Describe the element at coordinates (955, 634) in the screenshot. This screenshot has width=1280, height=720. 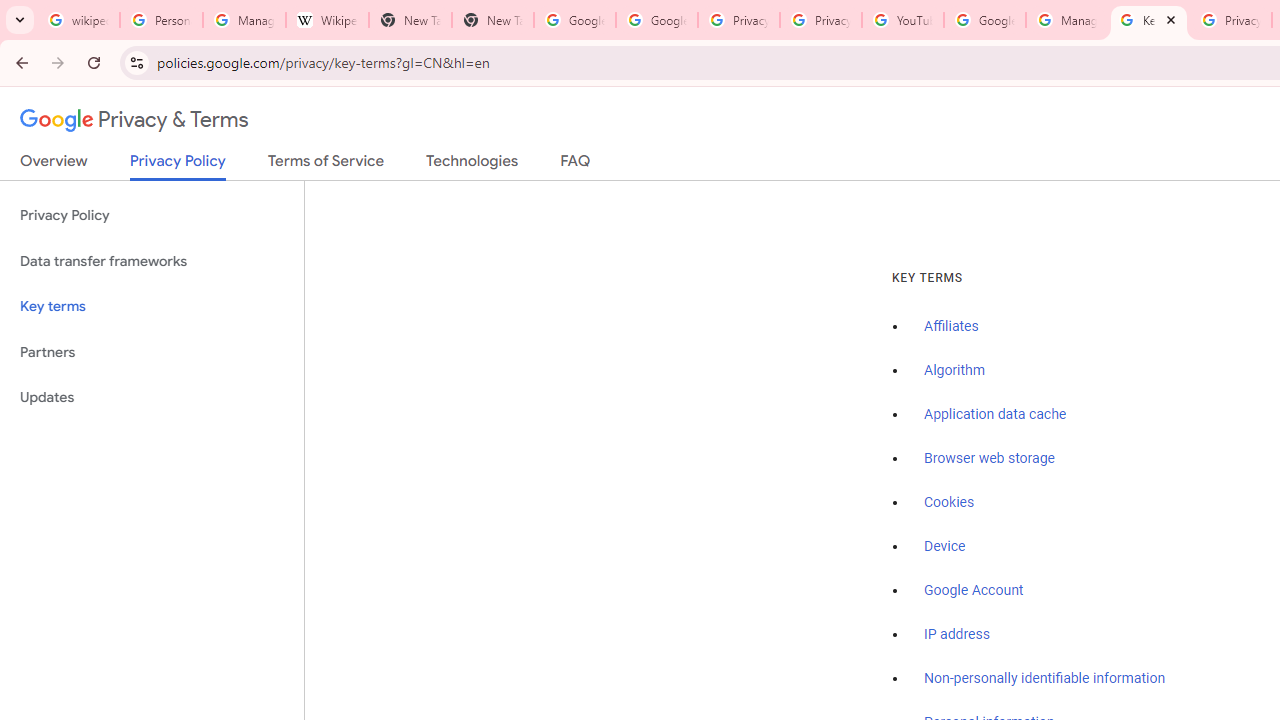
I see `'IP address'` at that location.